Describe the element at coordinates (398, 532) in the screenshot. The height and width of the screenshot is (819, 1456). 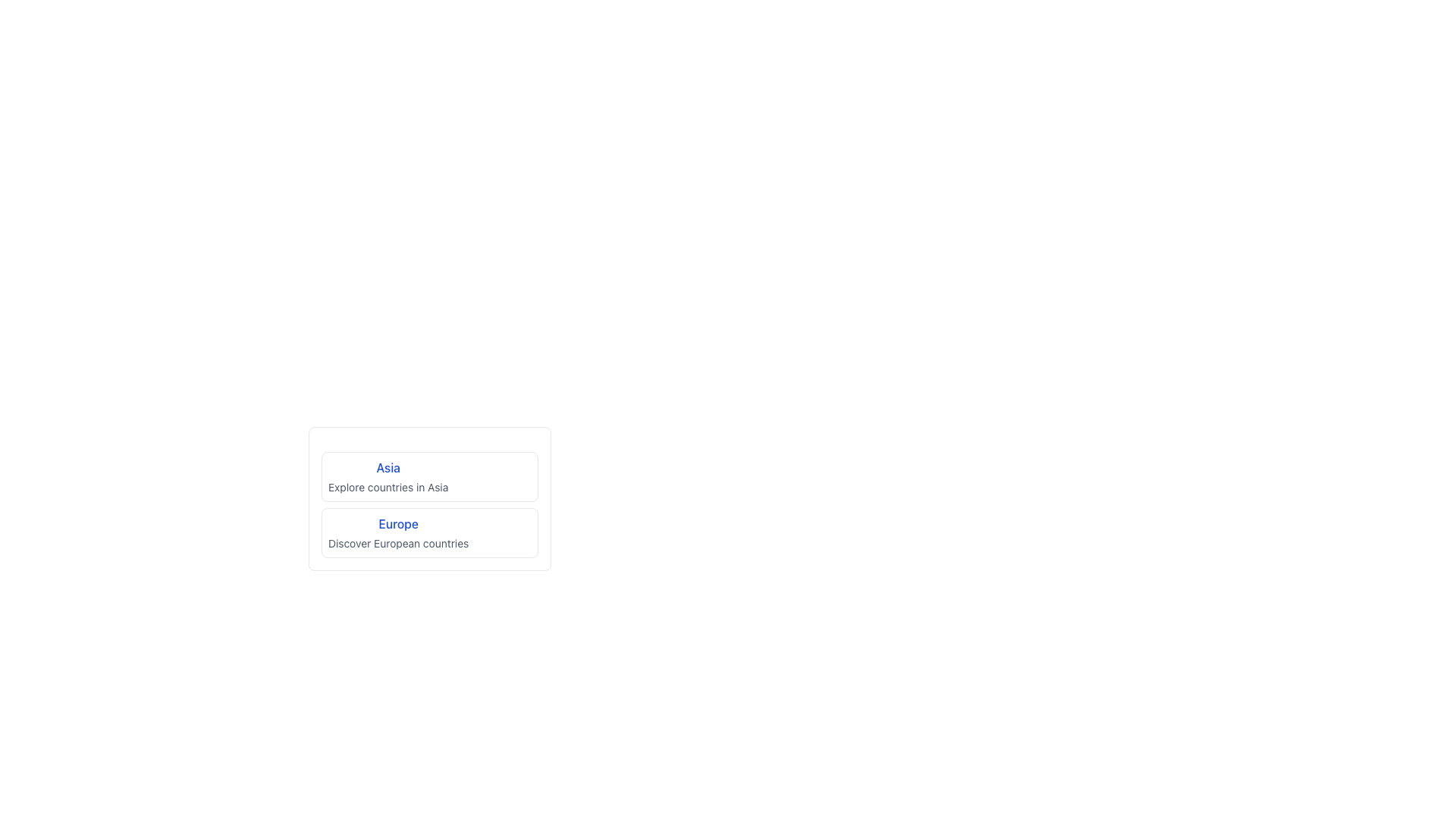
I see `the title 'Europe' in the group consisting of a title and descriptive text` at that location.